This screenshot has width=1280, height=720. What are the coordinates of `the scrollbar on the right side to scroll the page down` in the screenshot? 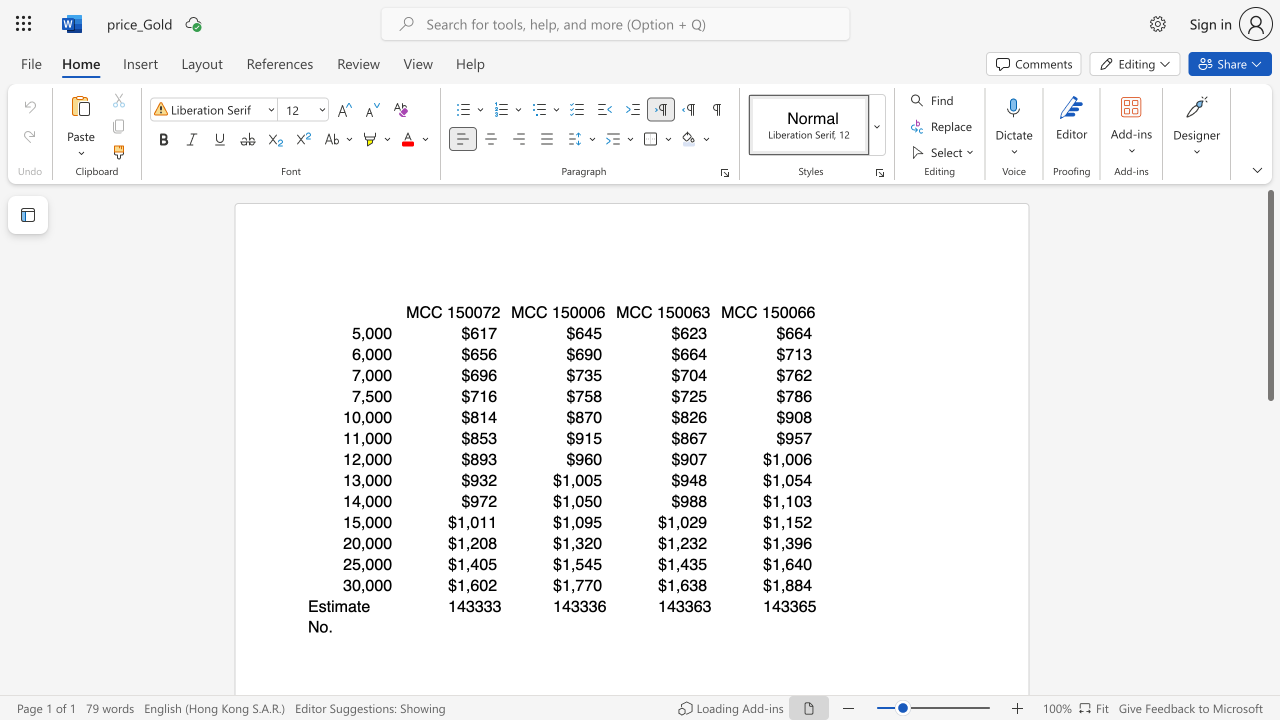 It's located at (1269, 580).